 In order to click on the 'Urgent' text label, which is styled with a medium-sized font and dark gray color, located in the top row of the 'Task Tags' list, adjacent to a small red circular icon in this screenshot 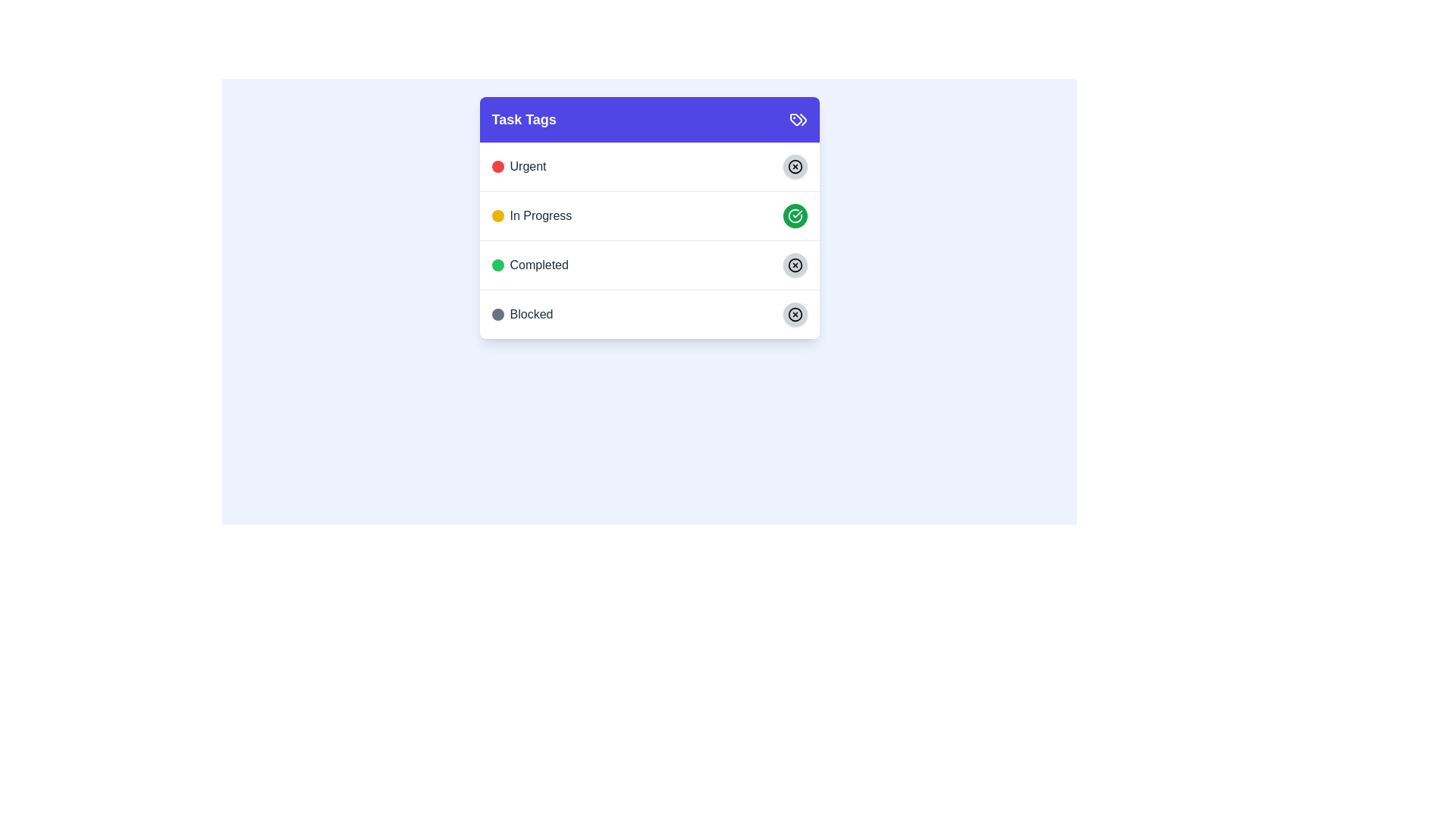, I will do `click(528, 166)`.